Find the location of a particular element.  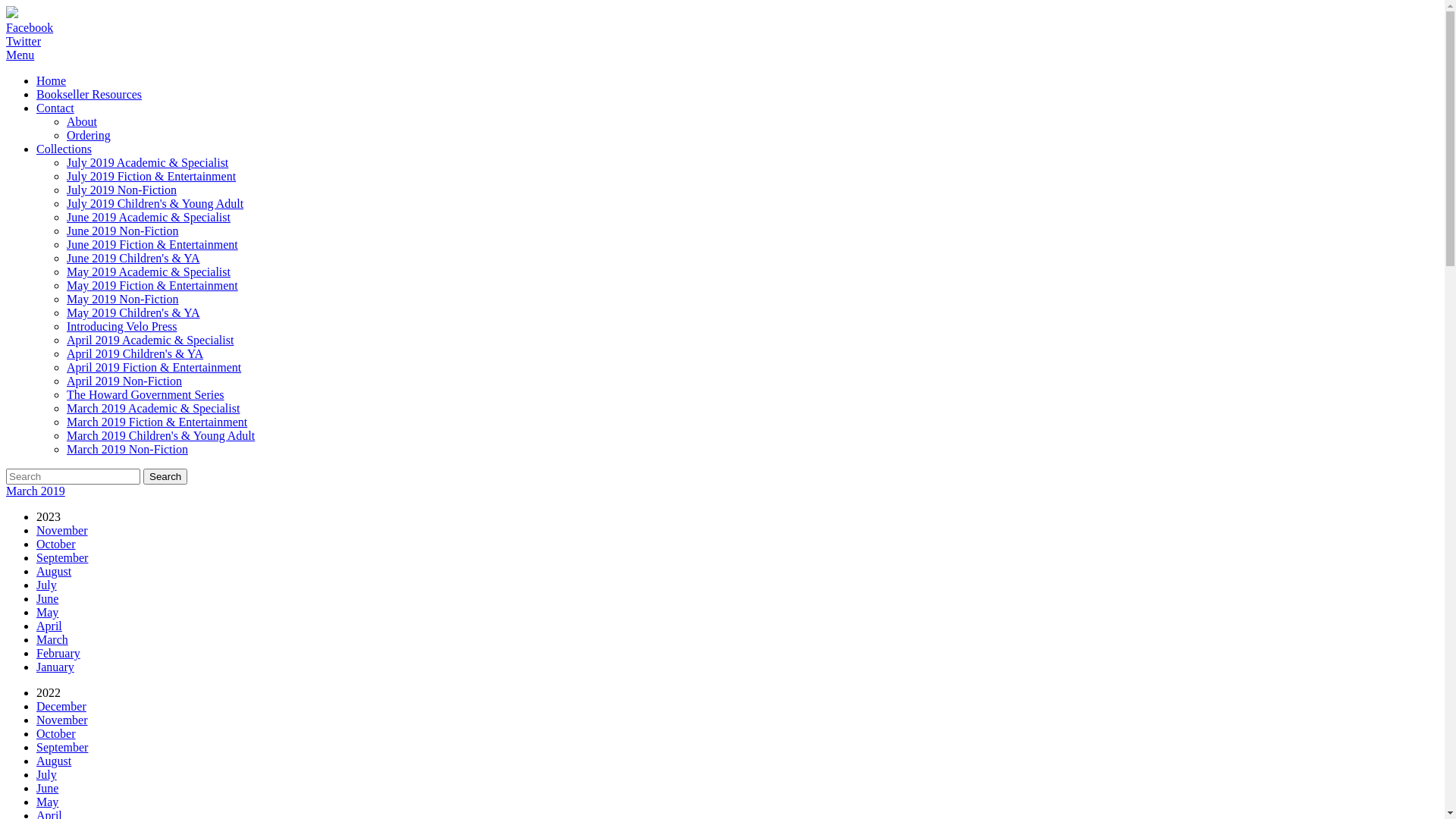

'July 2019 Academic & Specialist' is located at coordinates (65, 162).